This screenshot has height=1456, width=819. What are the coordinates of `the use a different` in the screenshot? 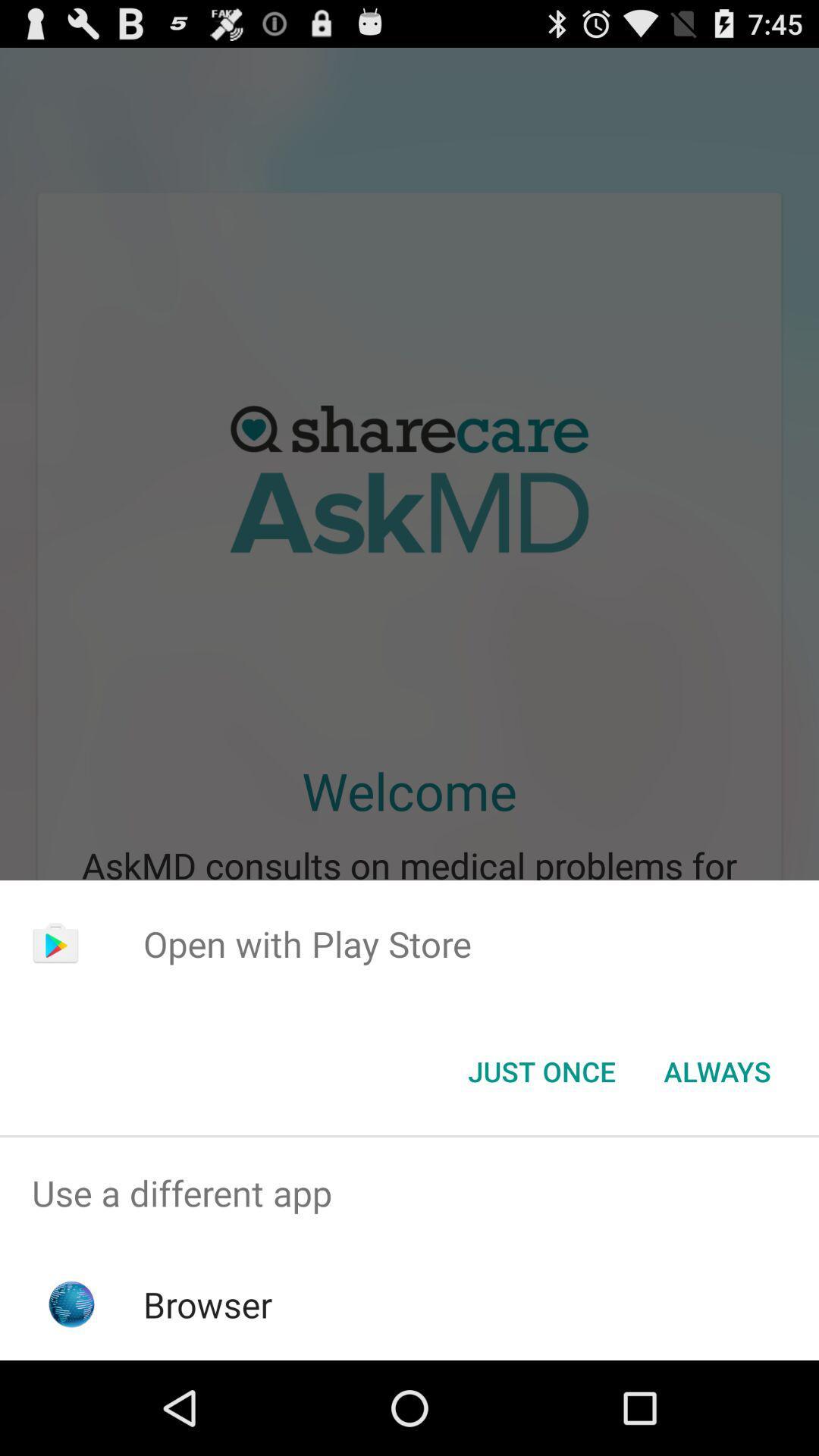 It's located at (409, 1192).